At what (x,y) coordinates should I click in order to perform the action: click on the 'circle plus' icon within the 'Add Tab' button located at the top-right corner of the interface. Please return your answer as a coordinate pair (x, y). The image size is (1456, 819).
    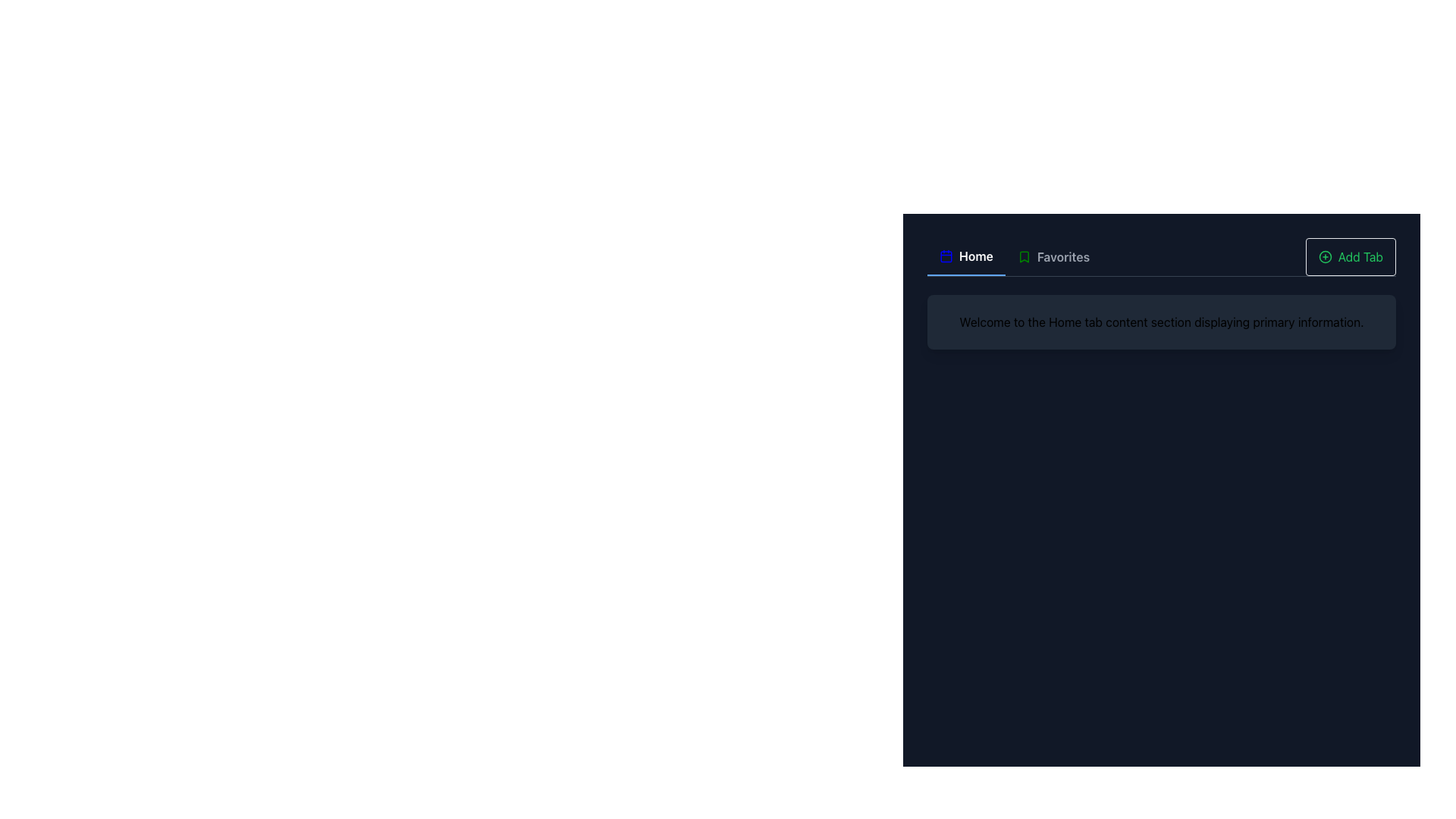
    Looking at the image, I should click on (1324, 256).